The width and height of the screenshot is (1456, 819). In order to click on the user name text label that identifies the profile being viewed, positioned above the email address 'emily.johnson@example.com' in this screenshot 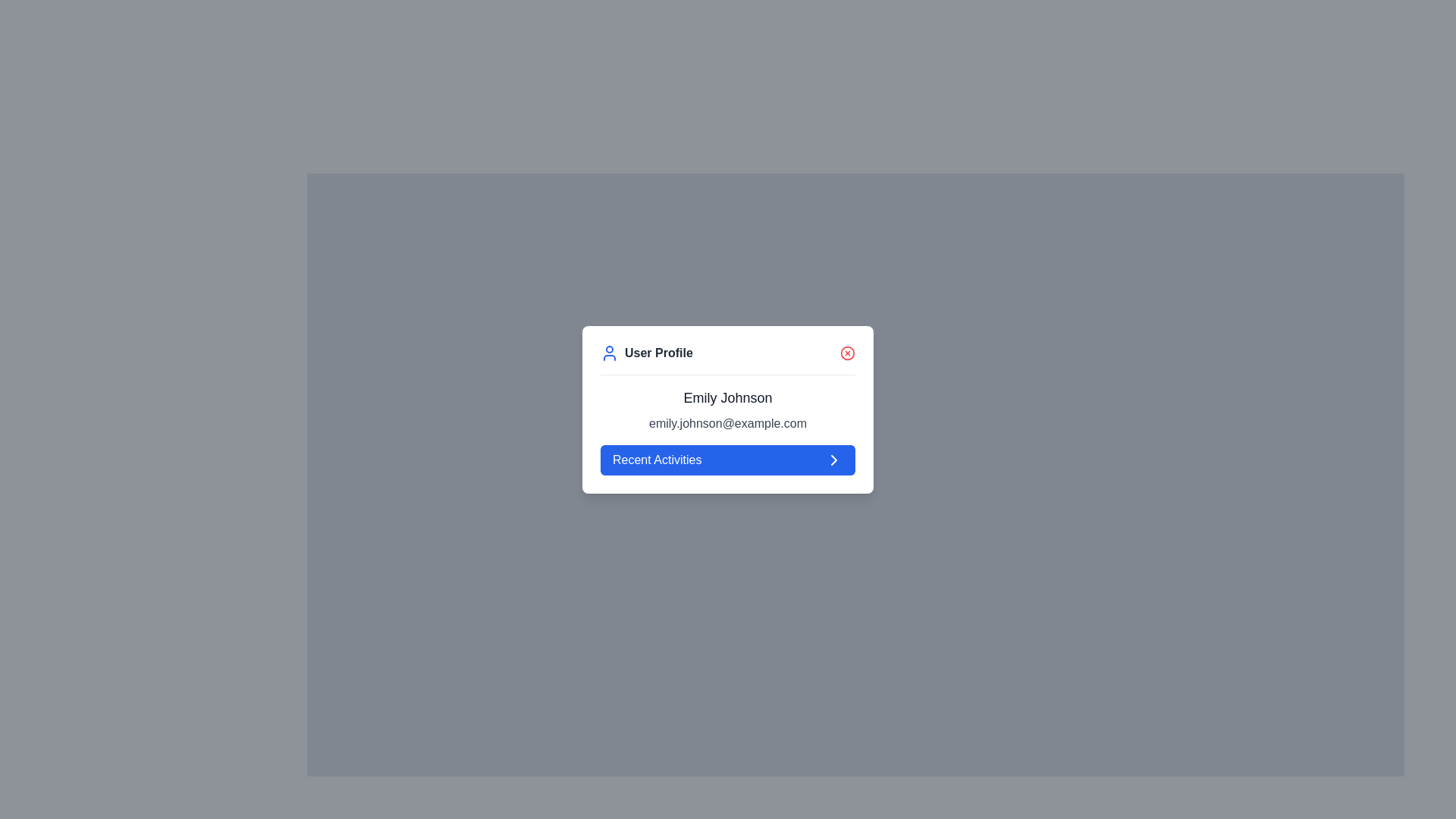, I will do `click(728, 397)`.